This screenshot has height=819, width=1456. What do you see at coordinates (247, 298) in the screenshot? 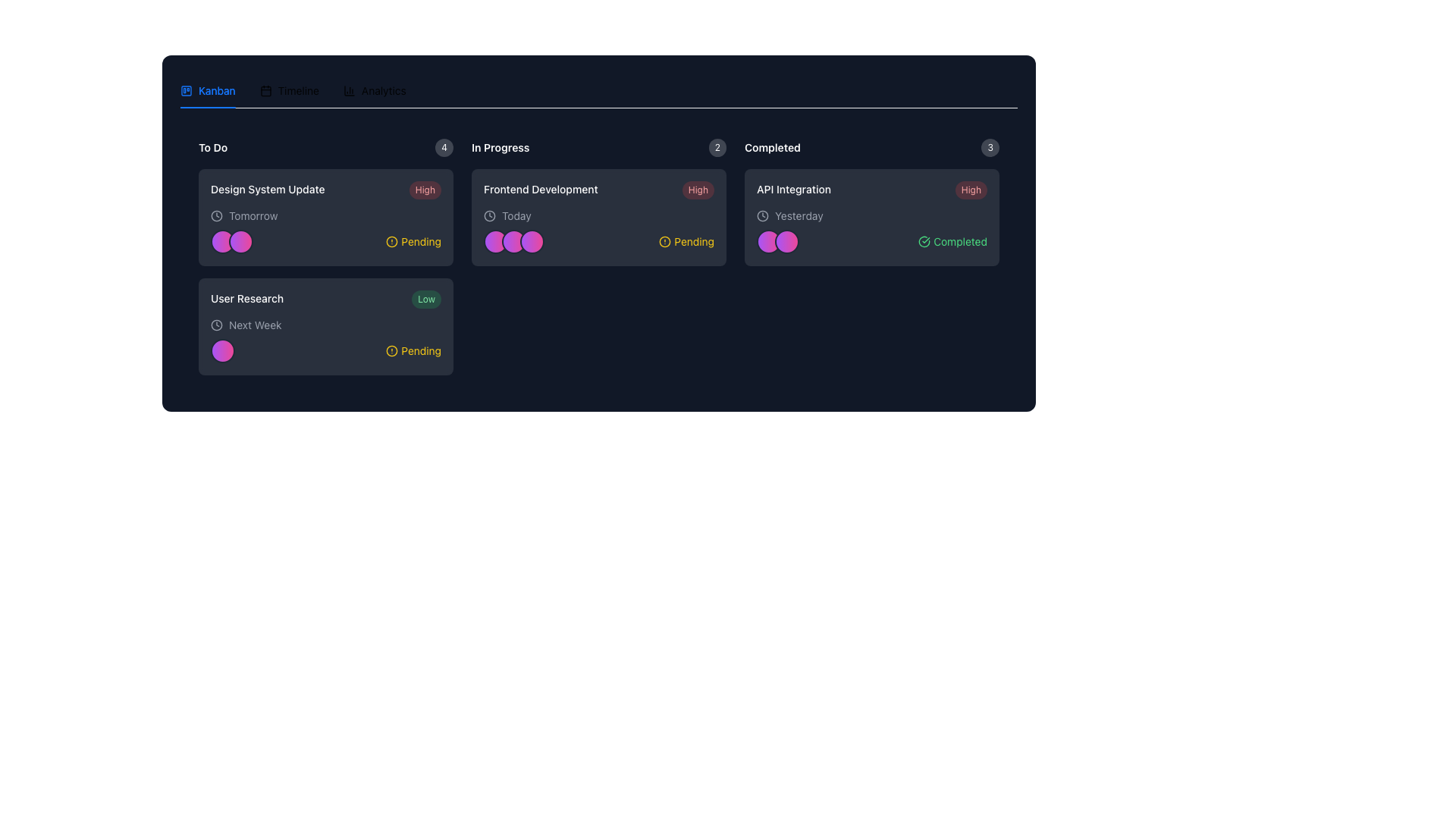
I see `the text label indicating the name of a task or category within the 'To Do' list if it is enabled` at bounding box center [247, 298].